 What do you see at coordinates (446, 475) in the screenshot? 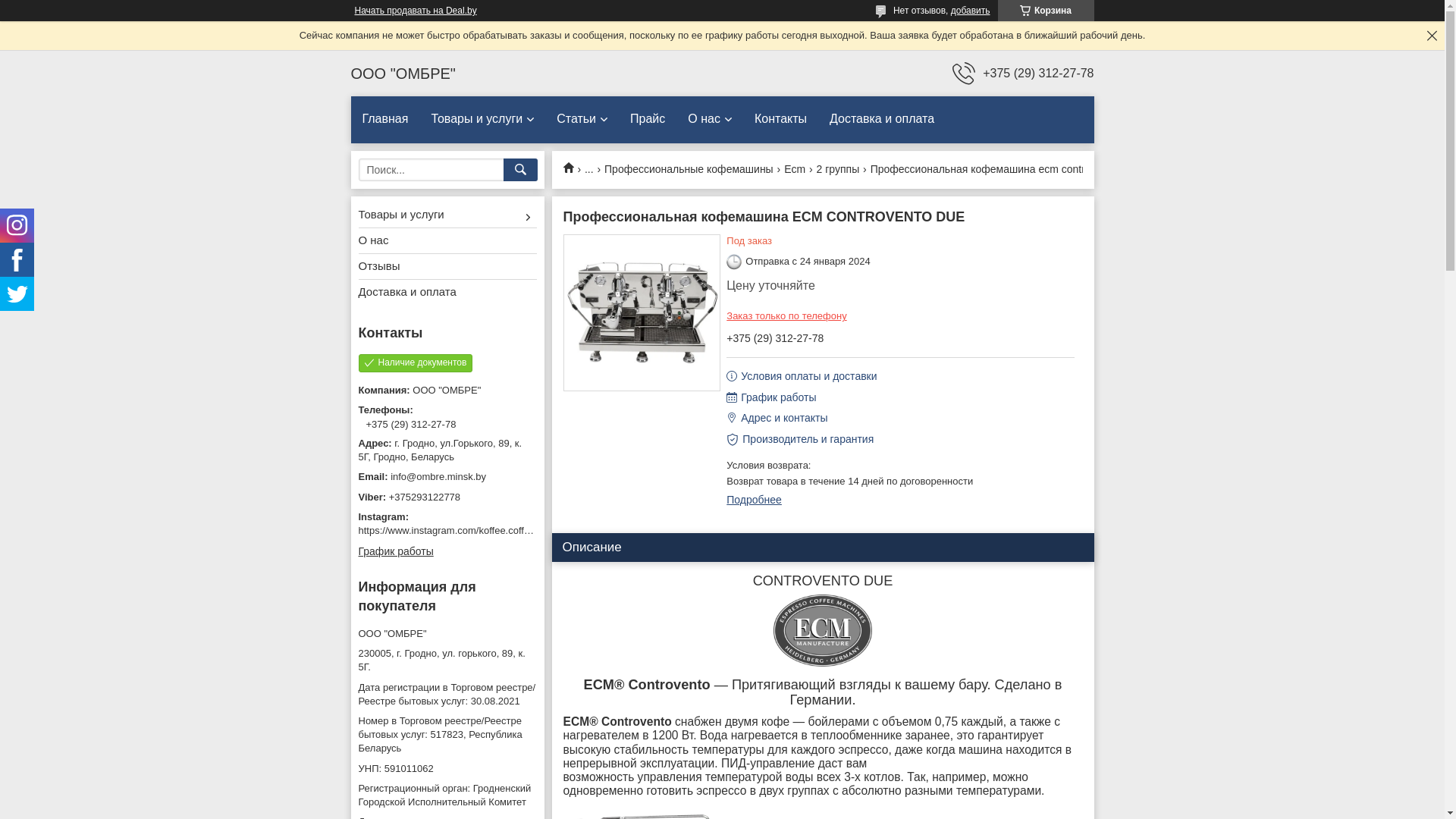
I see `'info@ombre.minsk.by'` at bounding box center [446, 475].